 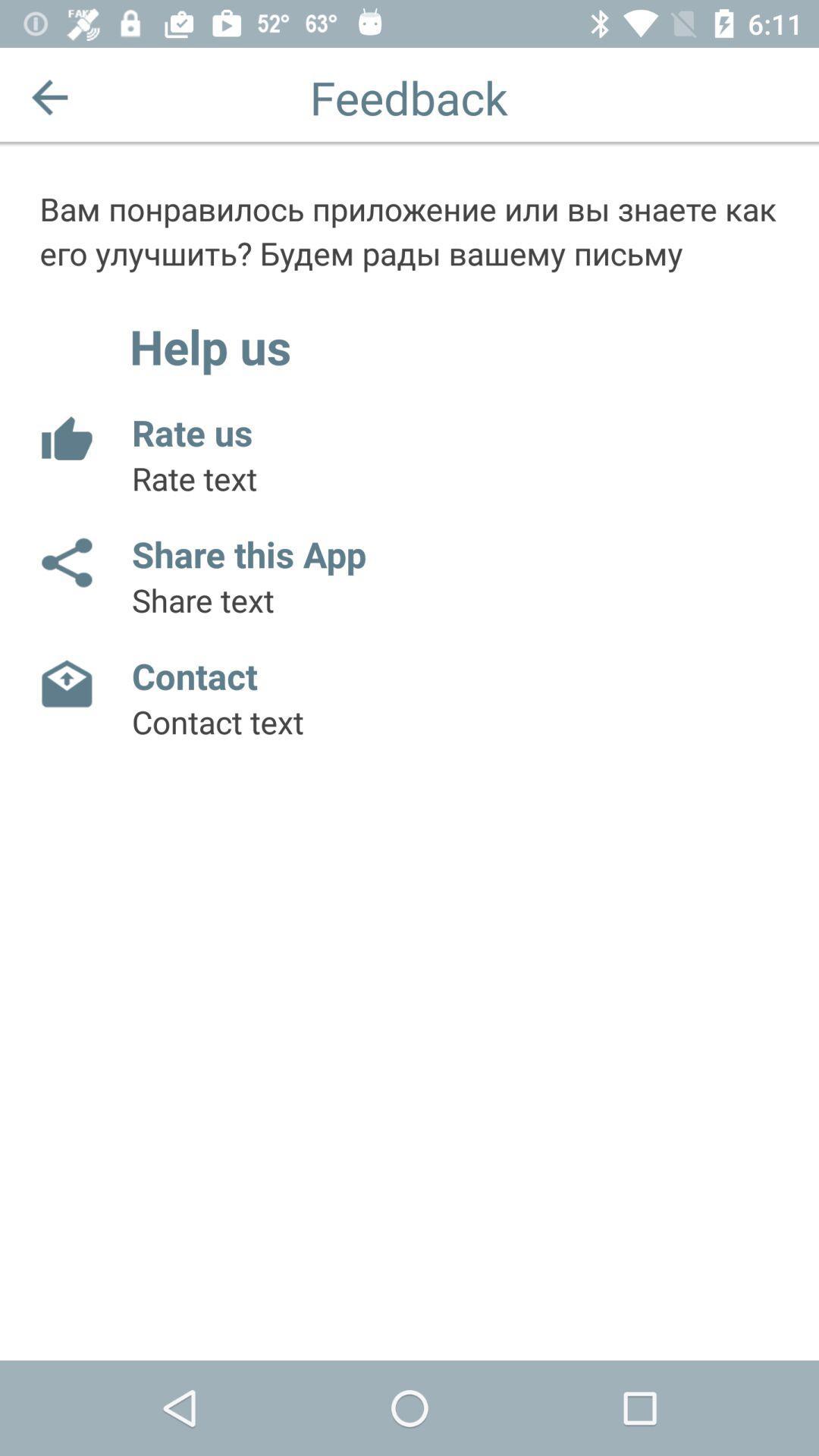 I want to click on contact app owner, so click(x=65, y=683).